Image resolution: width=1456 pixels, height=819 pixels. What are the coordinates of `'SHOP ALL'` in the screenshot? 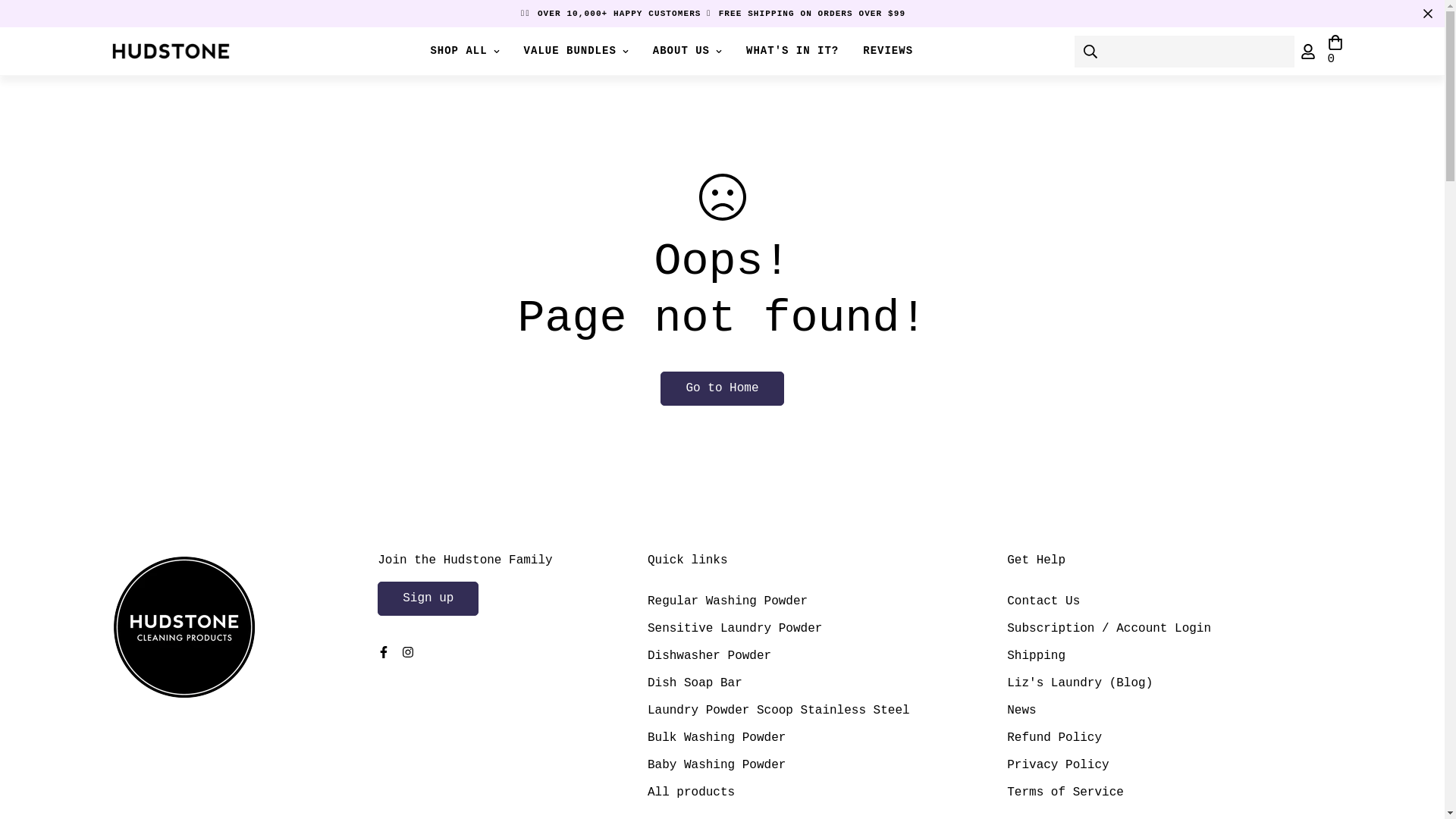 It's located at (463, 50).